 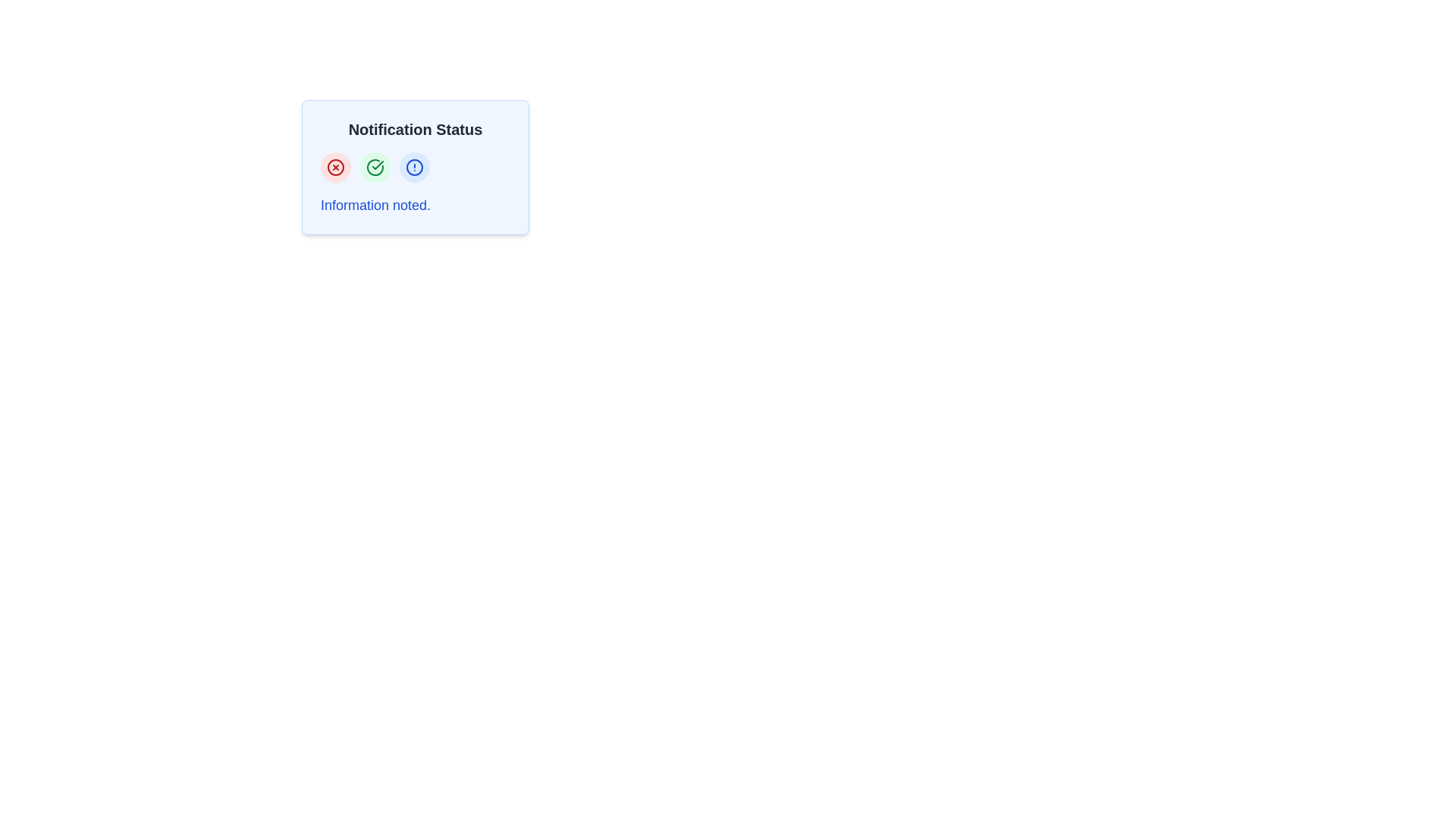 What do you see at coordinates (375, 167) in the screenshot?
I see `the circular green button with a check mark icon, which is the middle button in a group of three, to observe the visual response` at bounding box center [375, 167].